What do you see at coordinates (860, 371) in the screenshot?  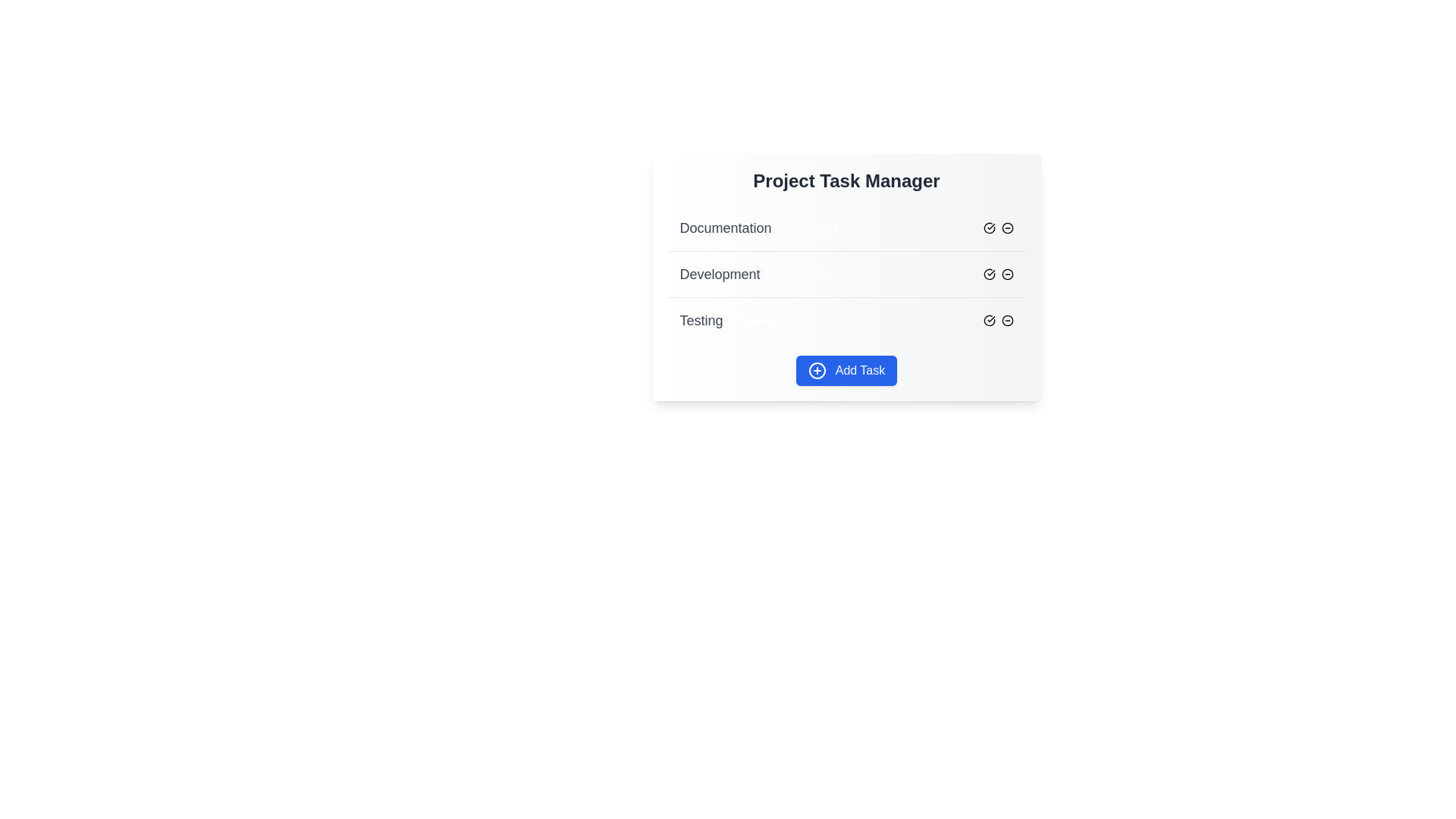 I see `the text component displaying 'Add Task'` at bounding box center [860, 371].